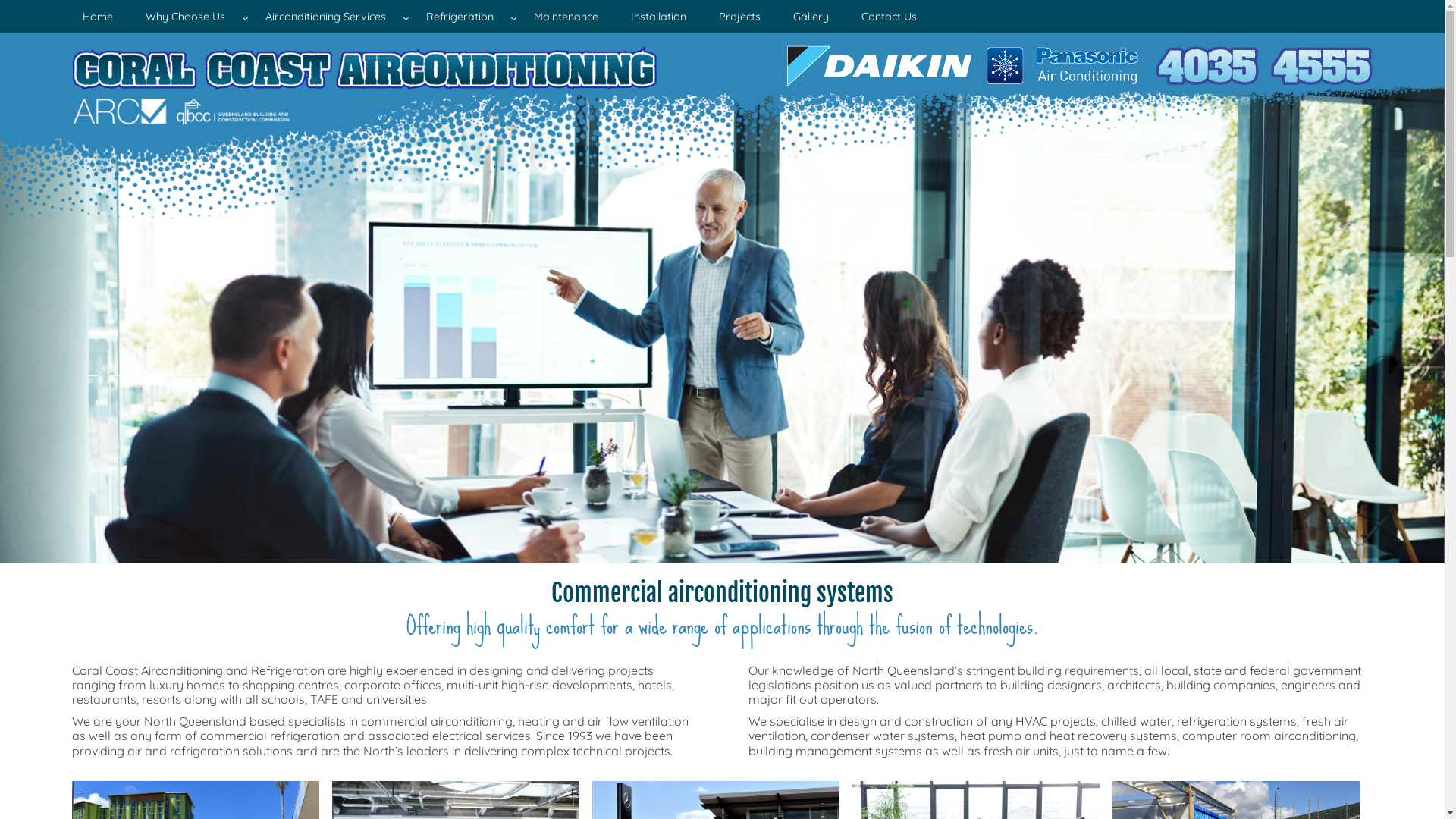 The width and height of the screenshot is (1456, 819). What do you see at coordinates (61, 17) in the screenshot?
I see `'Home'` at bounding box center [61, 17].